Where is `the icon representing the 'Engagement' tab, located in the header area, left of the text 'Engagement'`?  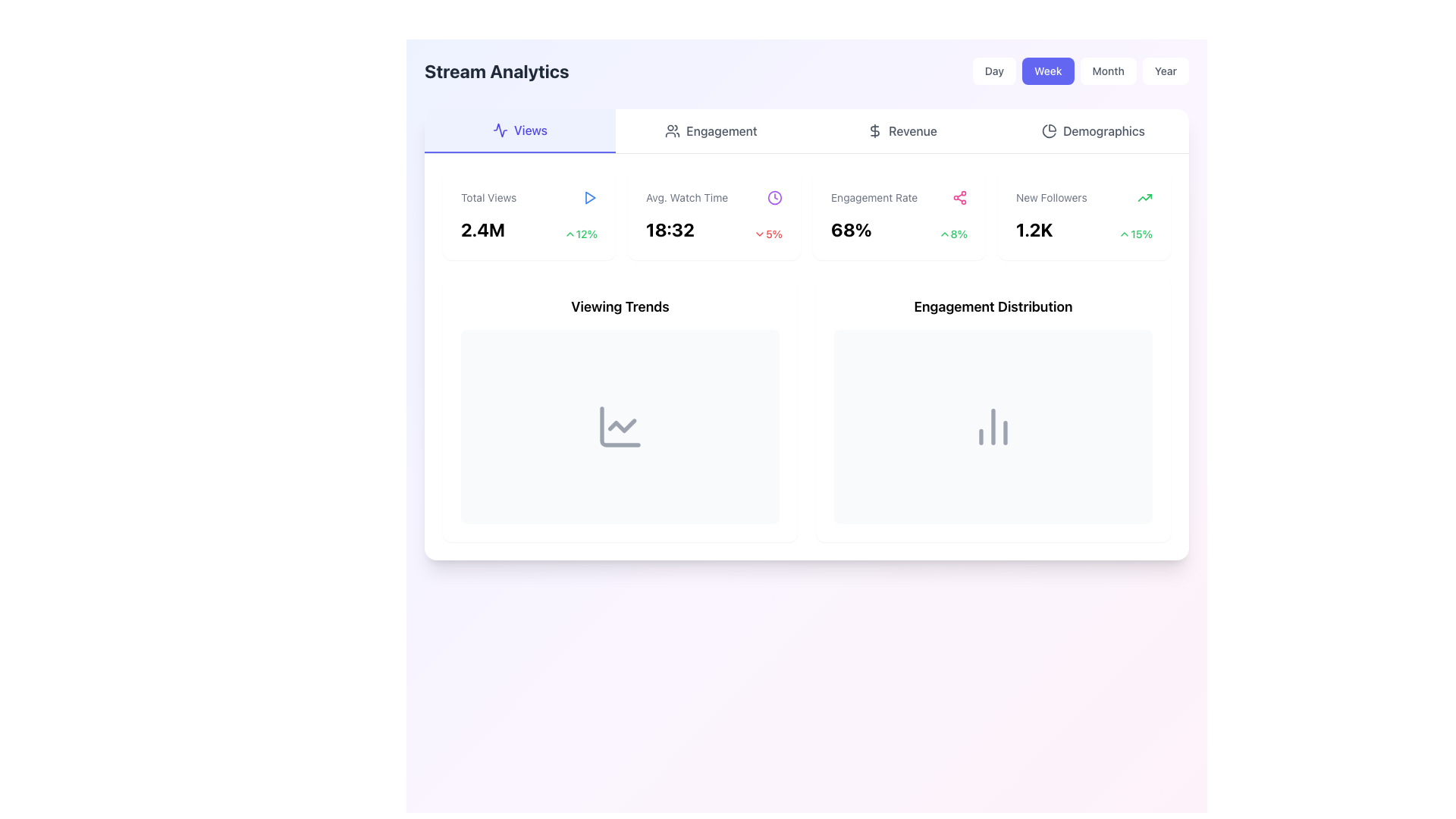
the icon representing the 'Engagement' tab, located in the header area, left of the text 'Engagement' is located at coordinates (672, 130).